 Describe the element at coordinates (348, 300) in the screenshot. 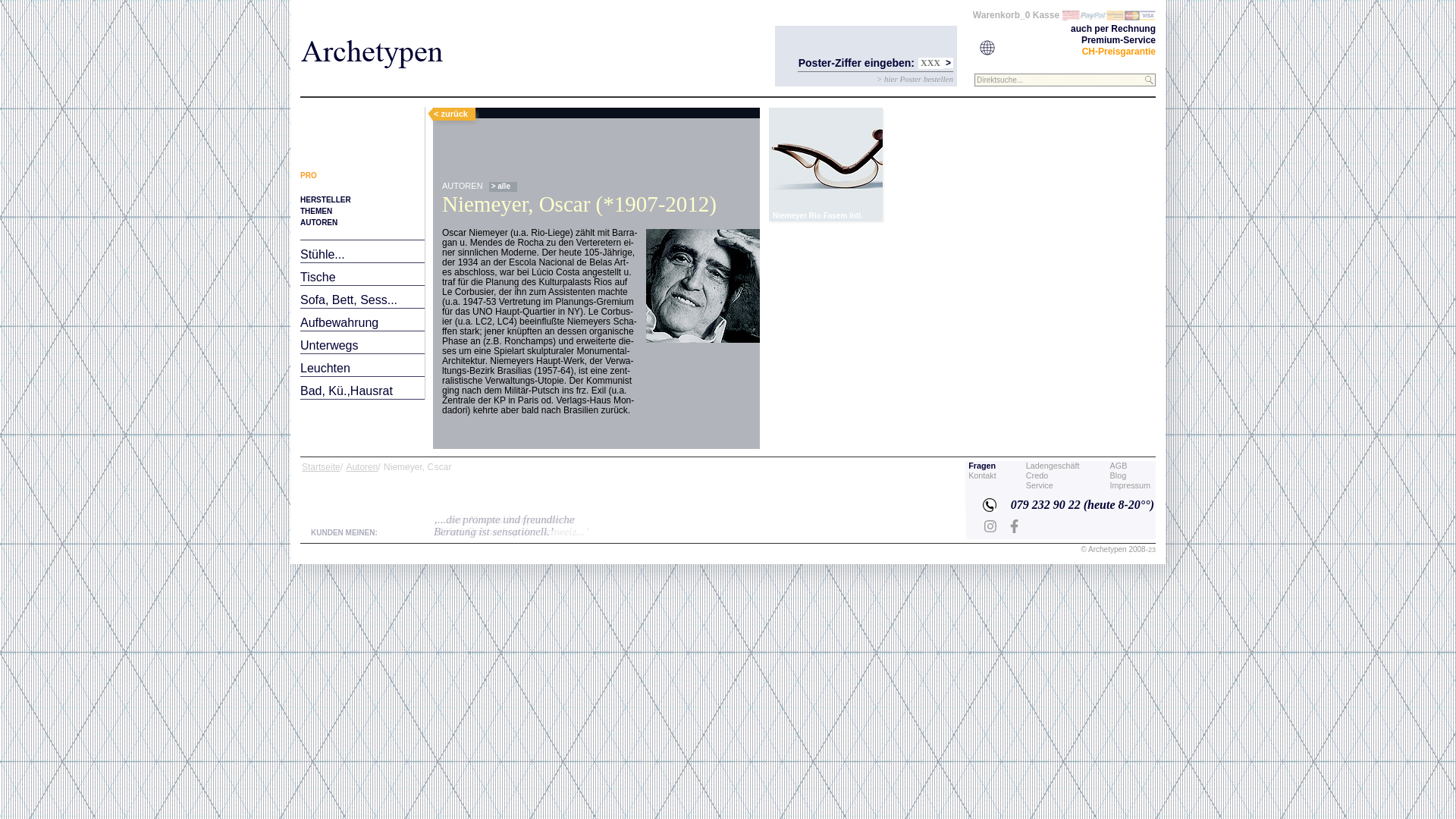

I see `'Sofa, Bett, Sess...'` at that location.